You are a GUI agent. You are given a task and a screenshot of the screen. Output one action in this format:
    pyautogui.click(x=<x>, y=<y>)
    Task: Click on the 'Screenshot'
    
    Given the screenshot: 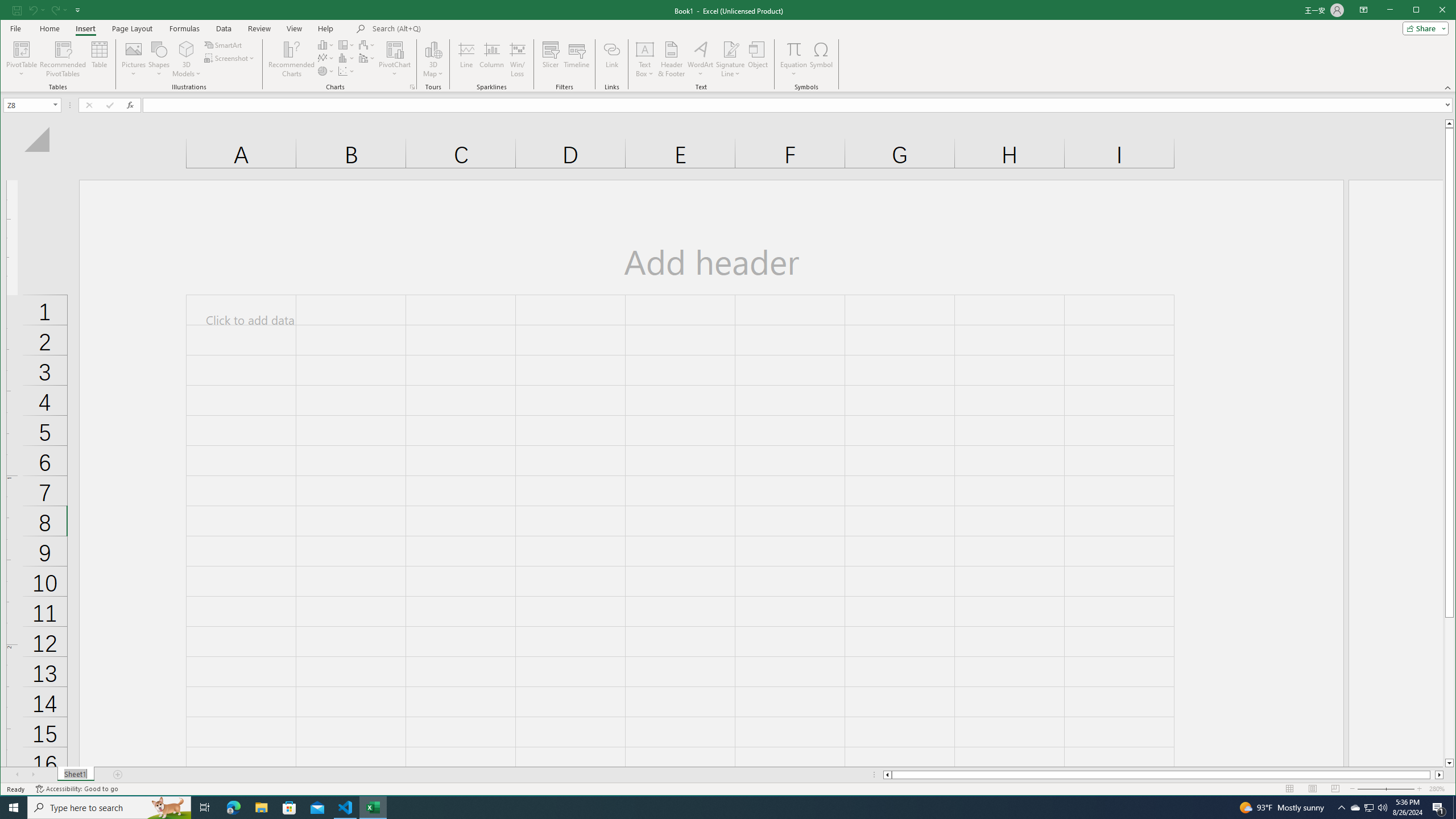 What is the action you would take?
    pyautogui.click(x=229, y=58)
    